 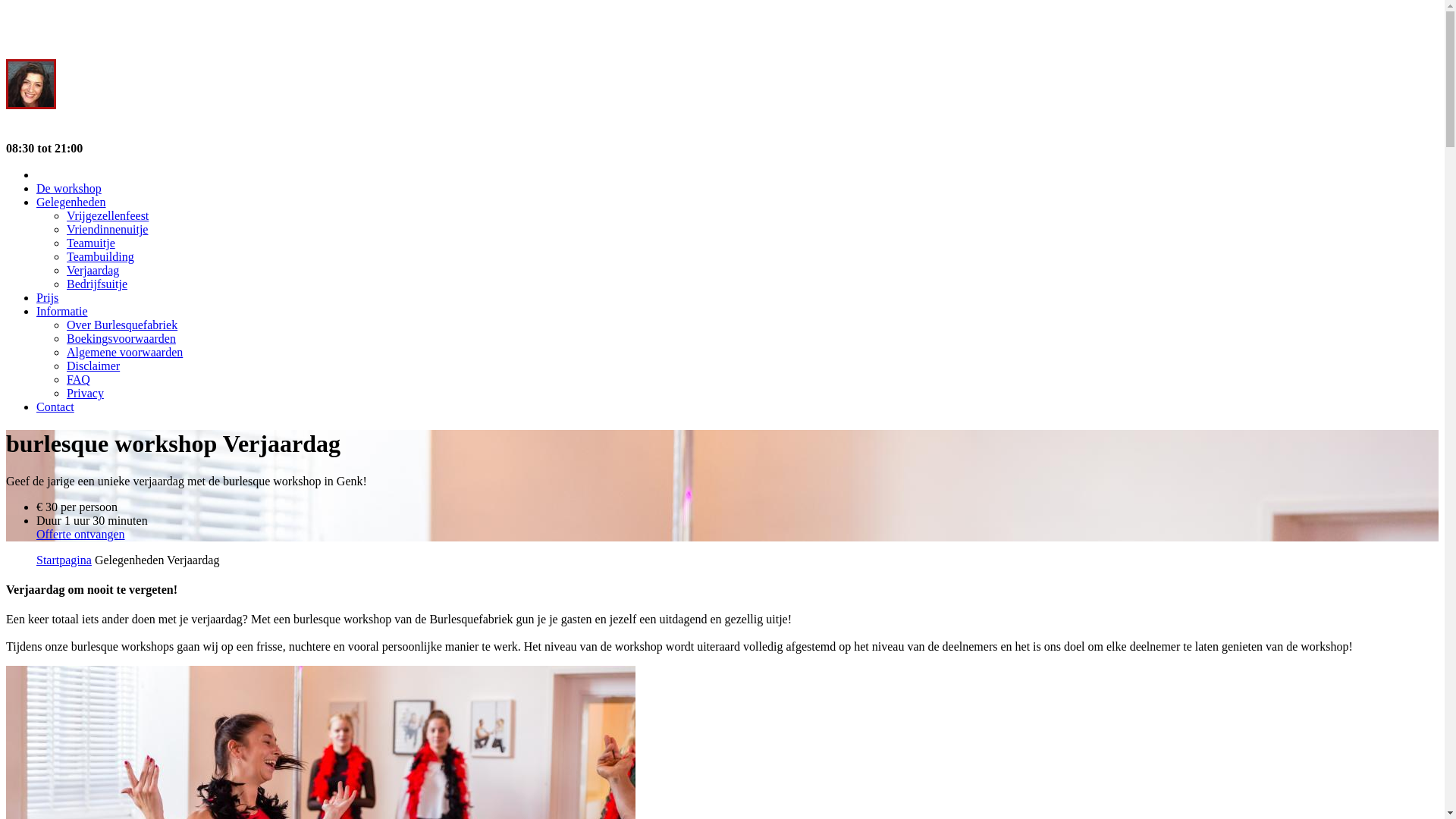 What do you see at coordinates (61, 310) in the screenshot?
I see `'Informatie'` at bounding box center [61, 310].